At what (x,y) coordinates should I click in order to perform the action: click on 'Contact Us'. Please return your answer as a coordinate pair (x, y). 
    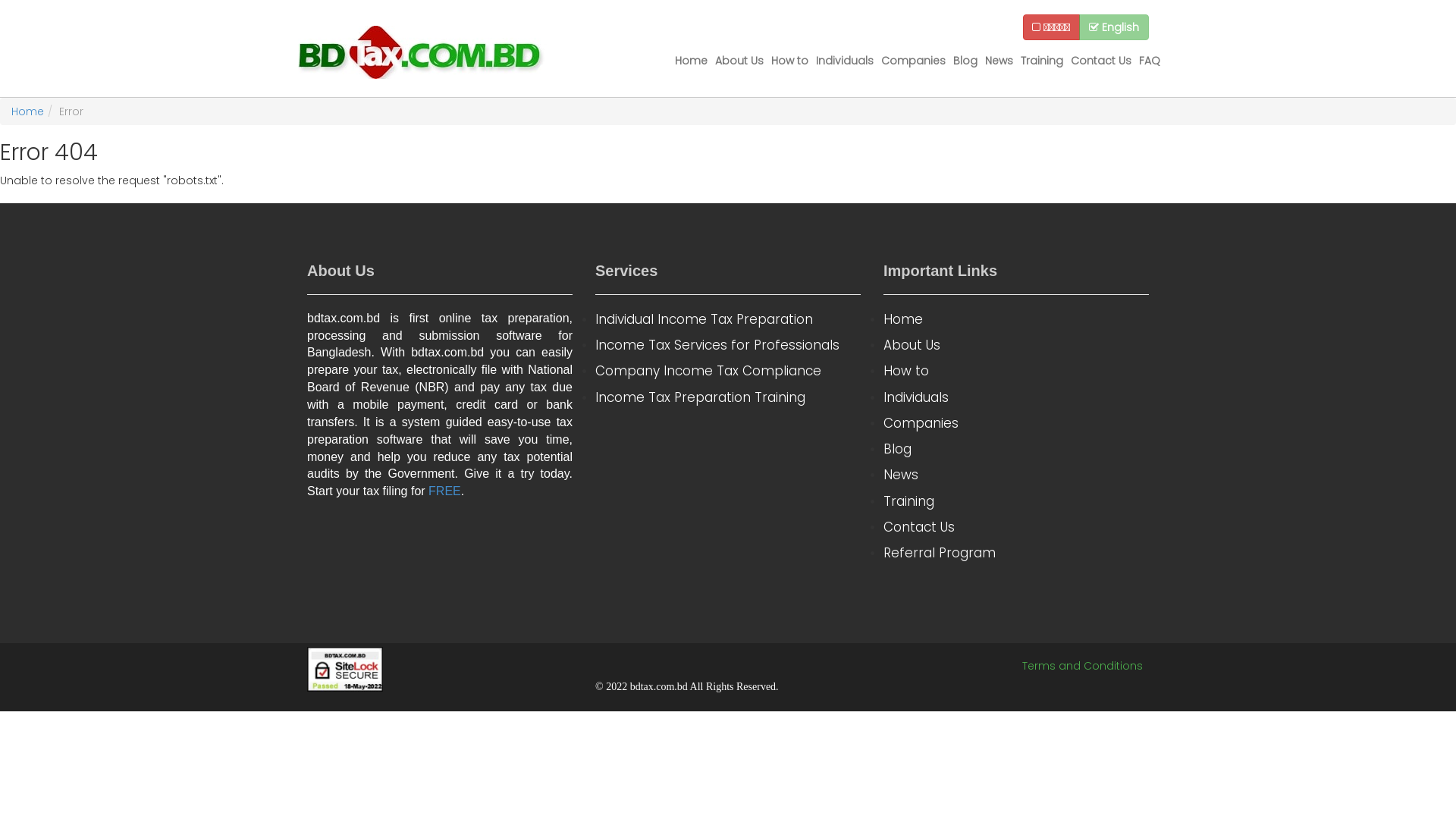
    Looking at the image, I should click on (1015, 526).